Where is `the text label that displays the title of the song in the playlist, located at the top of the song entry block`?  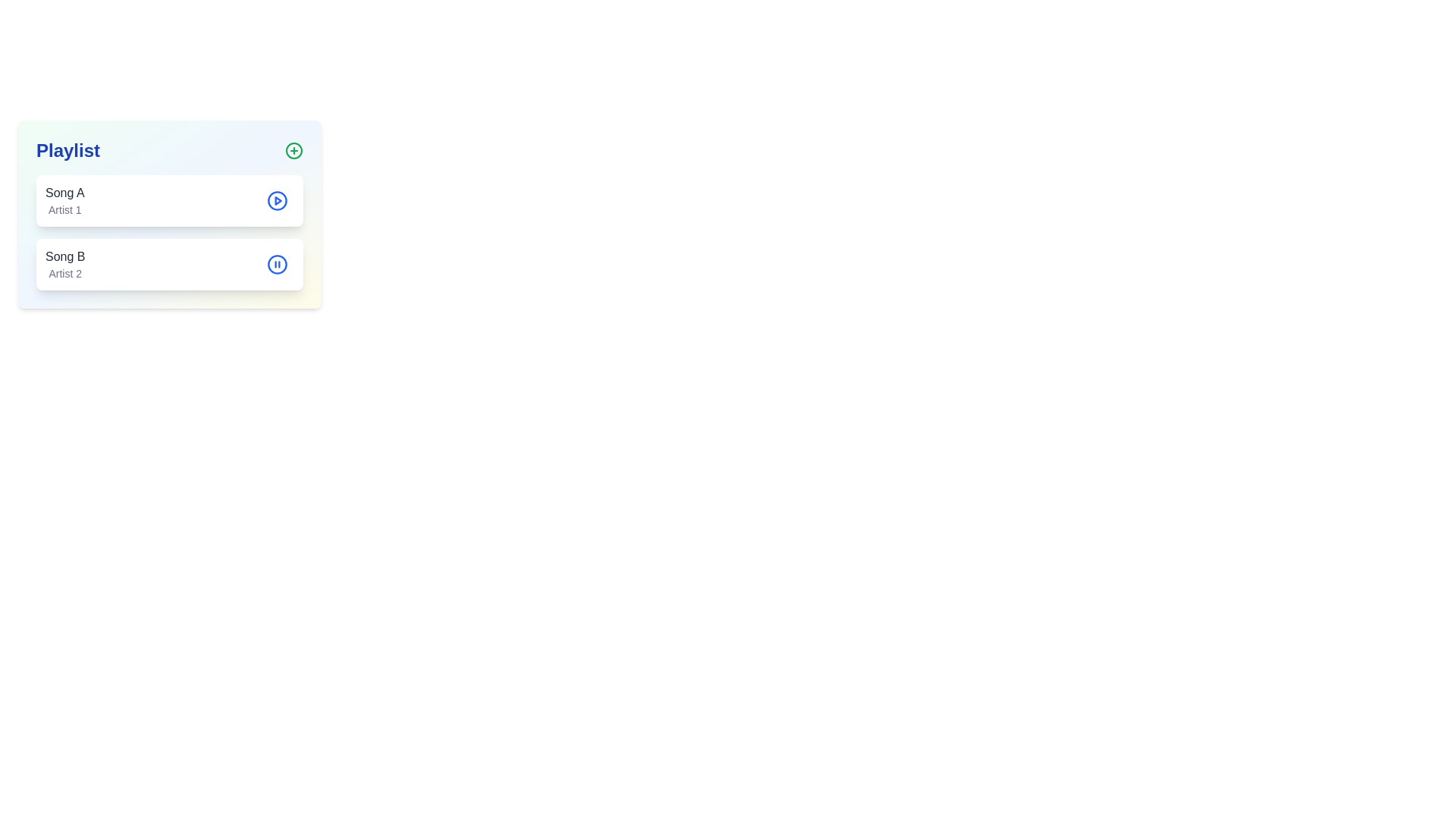 the text label that displays the title of the song in the playlist, located at the top of the song entry block is located at coordinates (64, 192).